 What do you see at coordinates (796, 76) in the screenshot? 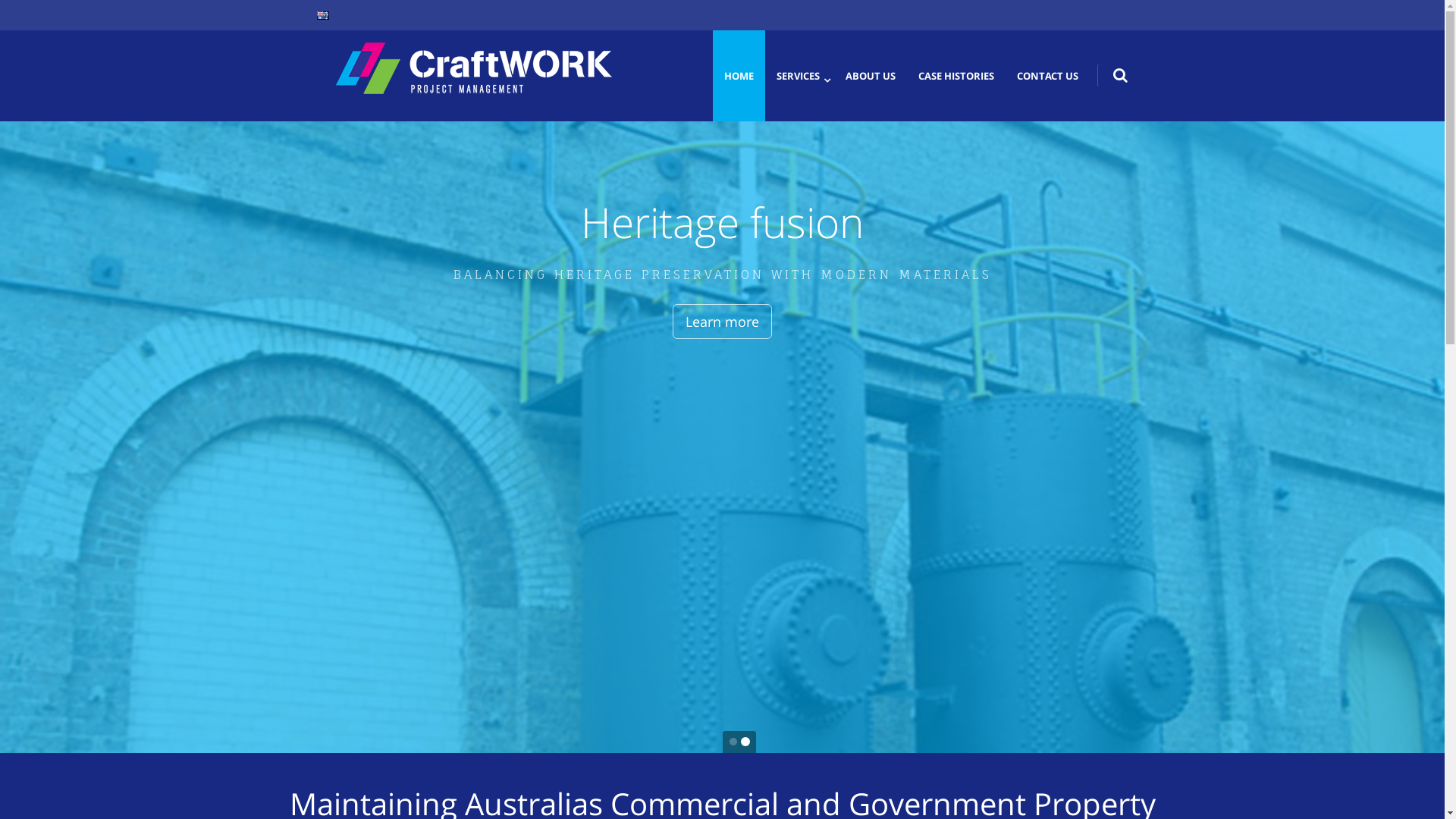
I see `'SERVICES'` at bounding box center [796, 76].